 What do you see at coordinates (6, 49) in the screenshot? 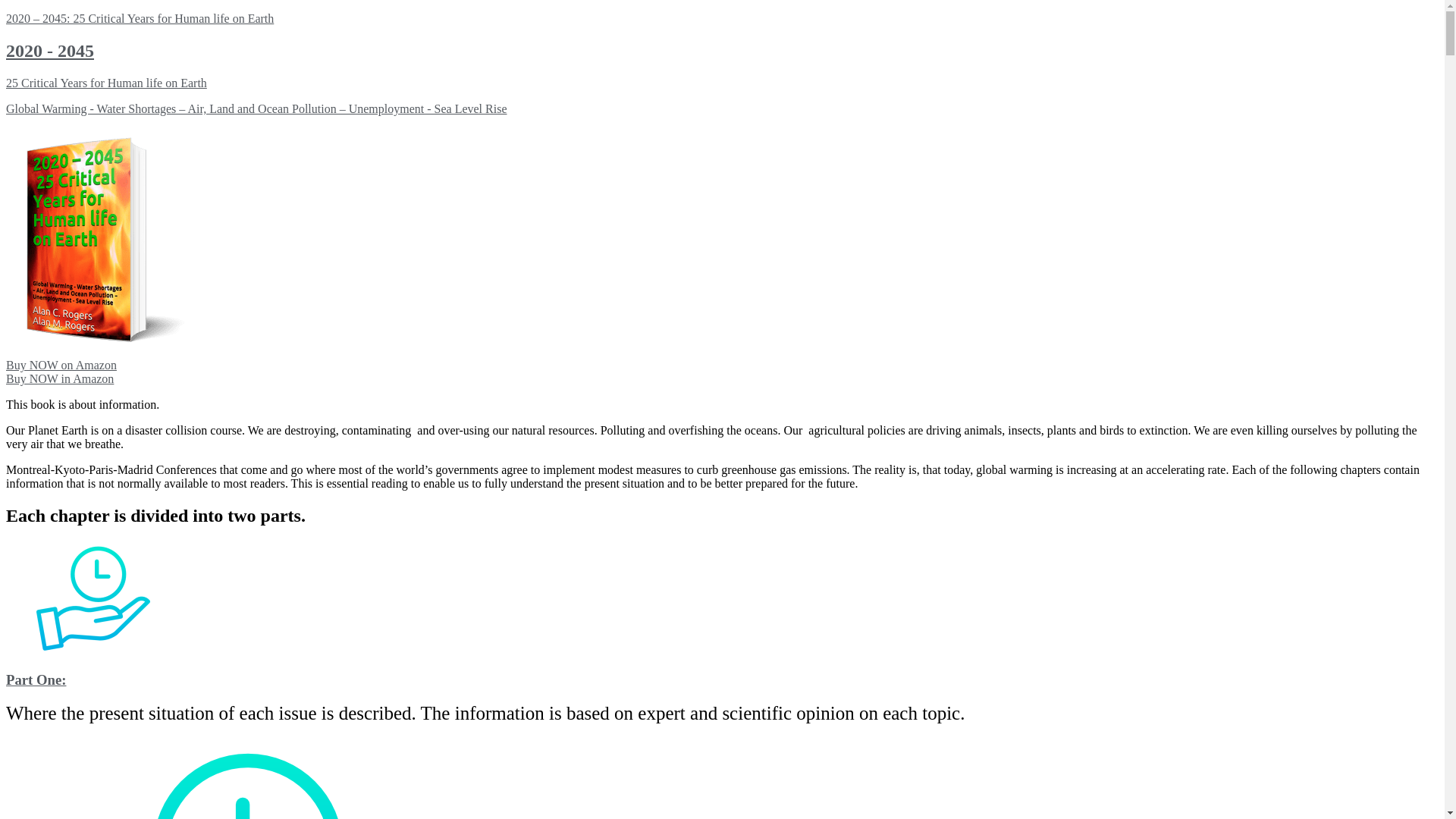
I see `'2020 - 2045'` at bounding box center [6, 49].